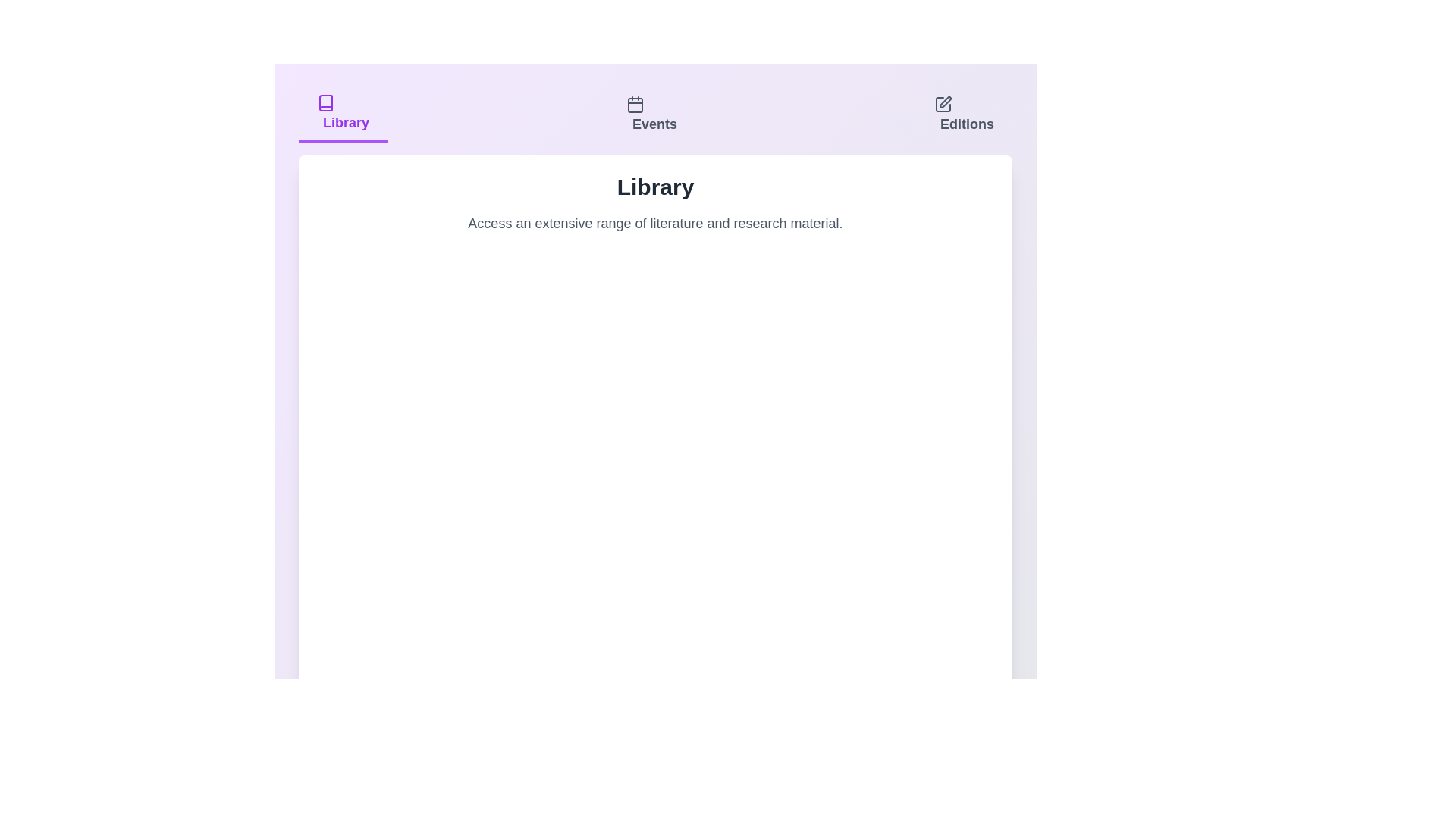 Image resolution: width=1456 pixels, height=819 pixels. I want to click on the Editions tab by clicking on its title or icon, so click(963, 114).